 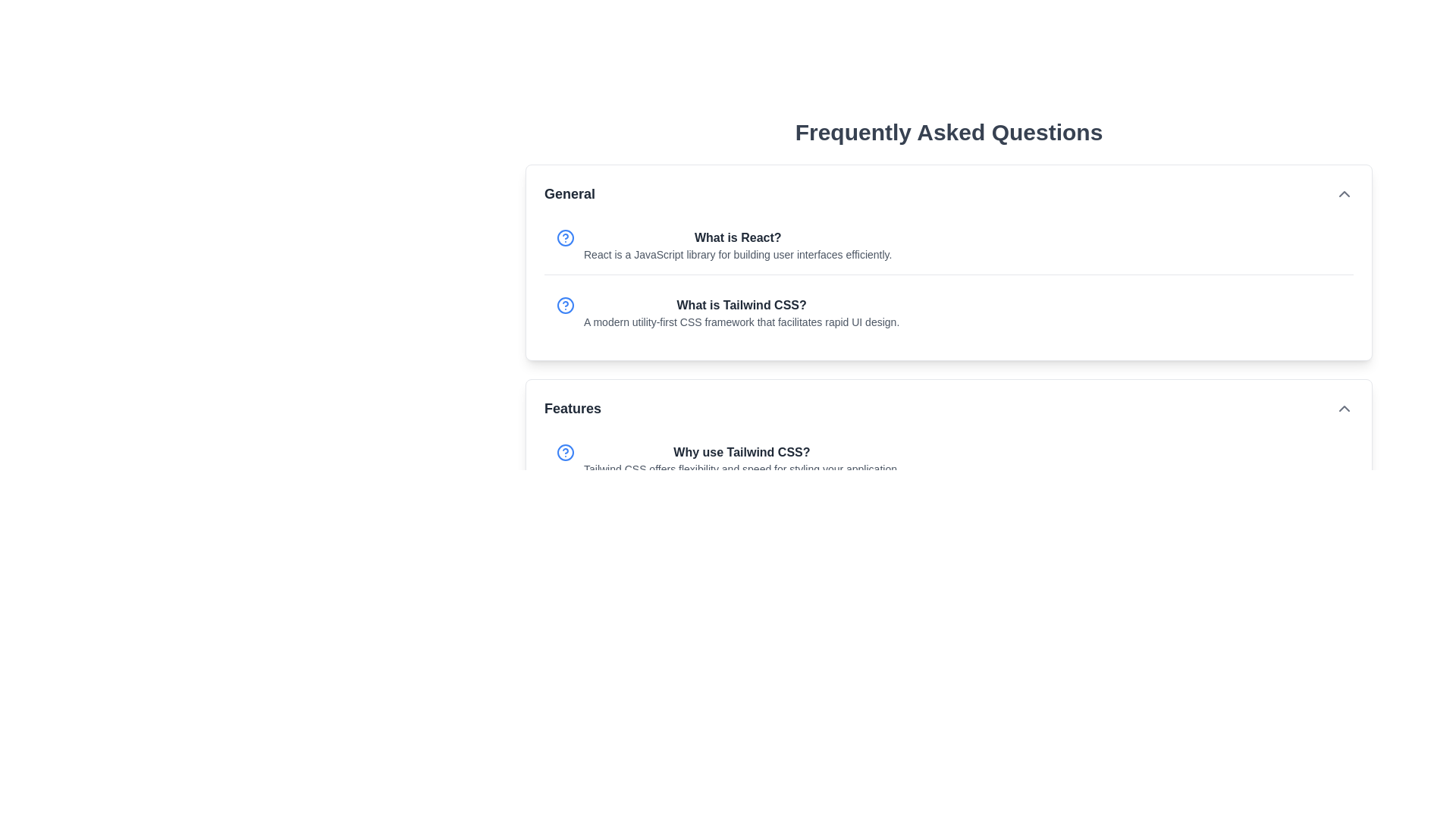 What do you see at coordinates (564, 237) in the screenshot?
I see `the graphical component of the SVG-based icon located to the left of the 'What is React?' text in the 'General' section of the FAQ layout` at bounding box center [564, 237].